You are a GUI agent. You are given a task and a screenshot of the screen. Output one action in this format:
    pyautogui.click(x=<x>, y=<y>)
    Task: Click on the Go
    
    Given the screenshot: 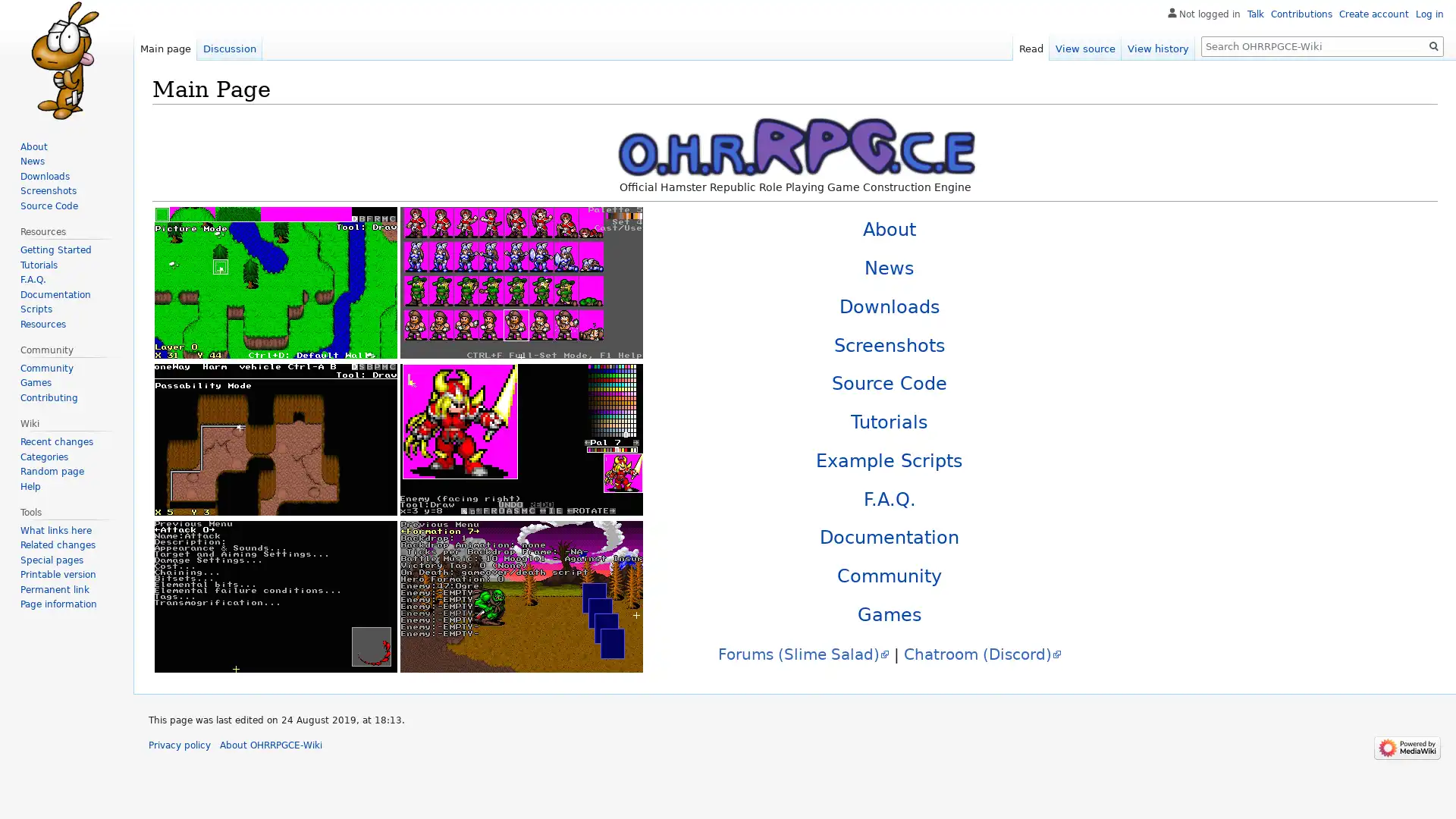 What is the action you would take?
    pyautogui.click(x=1433, y=45)
    